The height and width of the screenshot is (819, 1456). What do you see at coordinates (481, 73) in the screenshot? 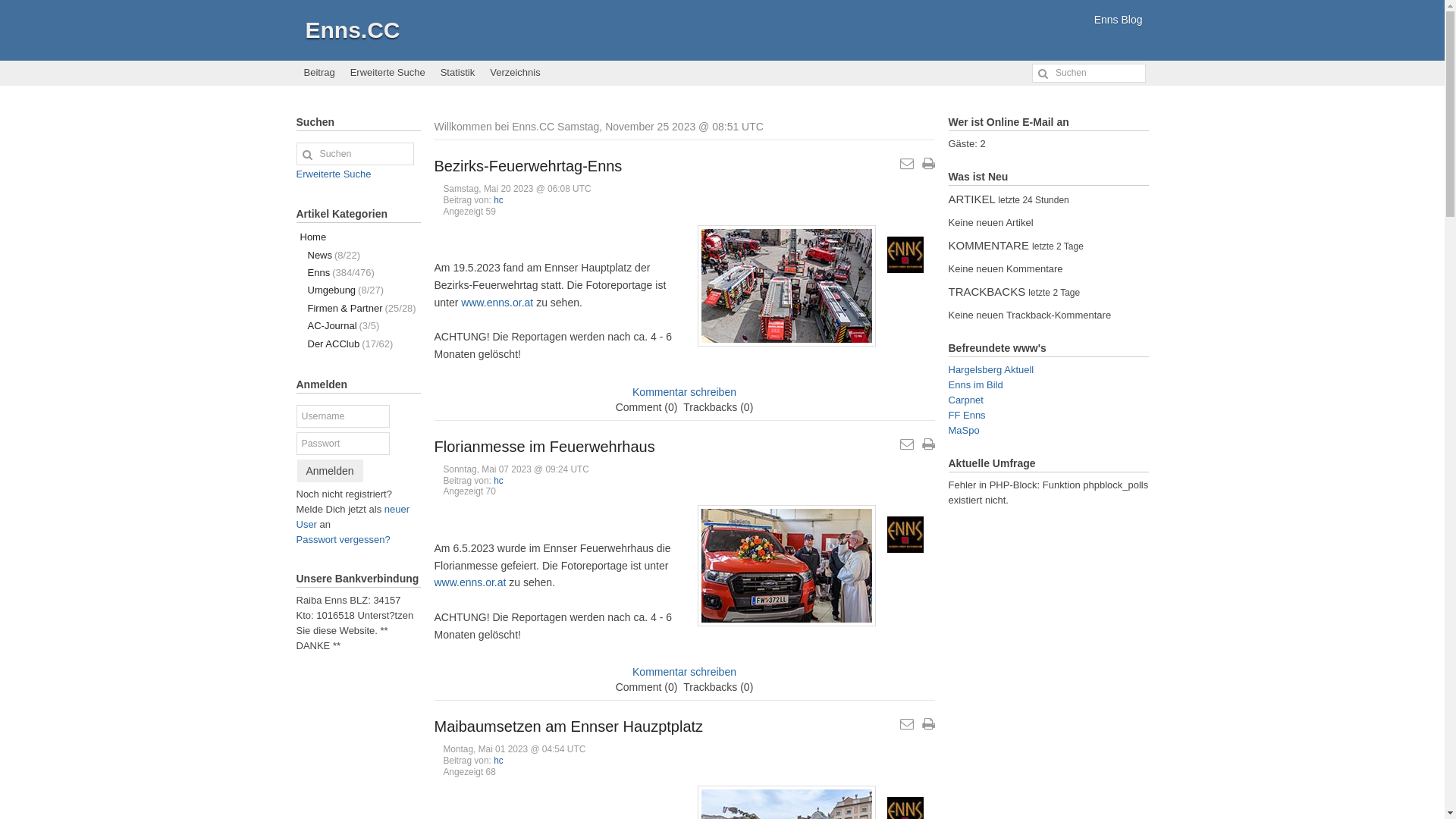
I see `'Verzeichnis'` at bounding box center [481, 73].